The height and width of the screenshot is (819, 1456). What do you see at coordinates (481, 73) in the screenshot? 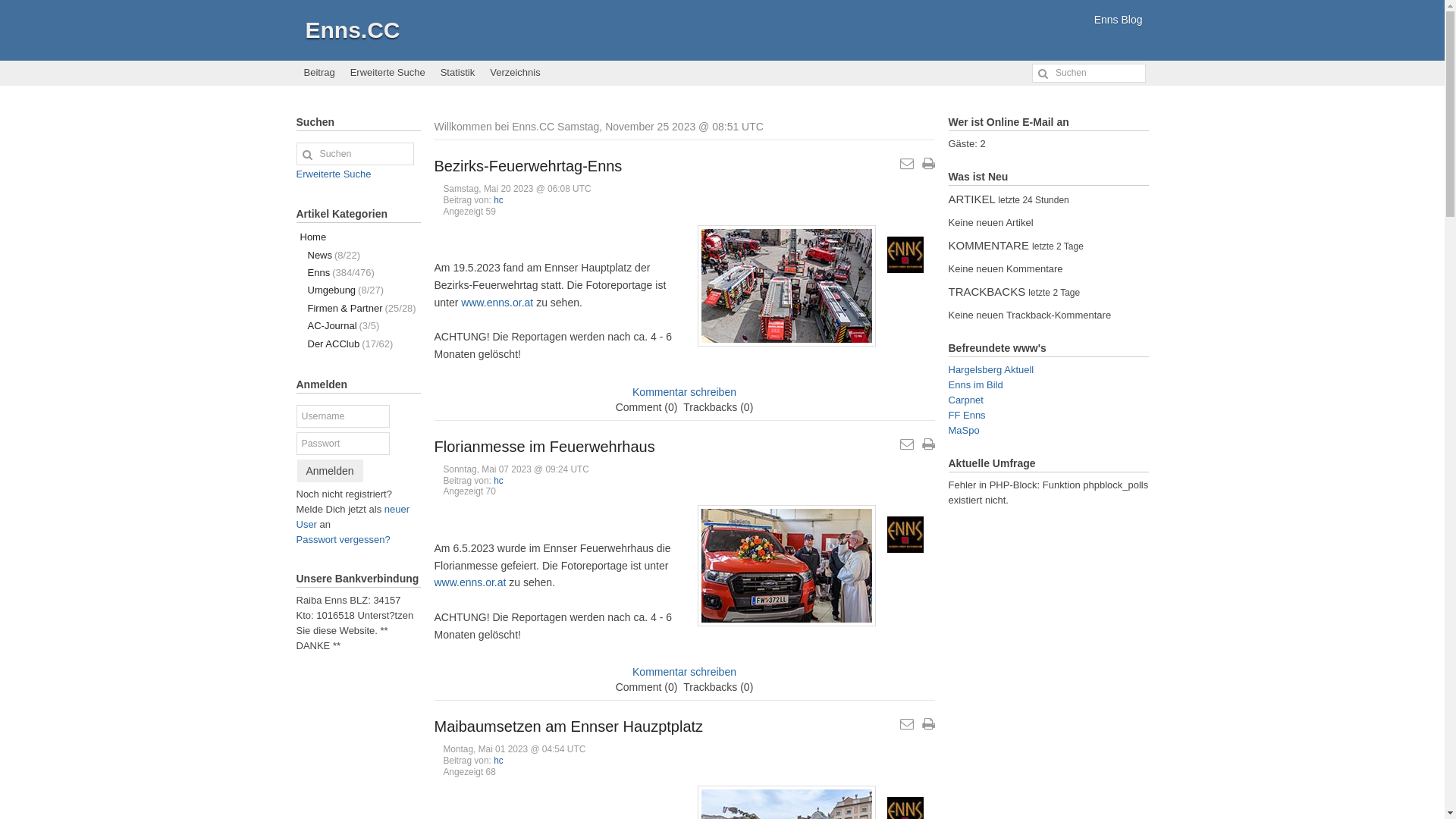
I see `'Verzeichnis'` at bounding box center [481, 73].